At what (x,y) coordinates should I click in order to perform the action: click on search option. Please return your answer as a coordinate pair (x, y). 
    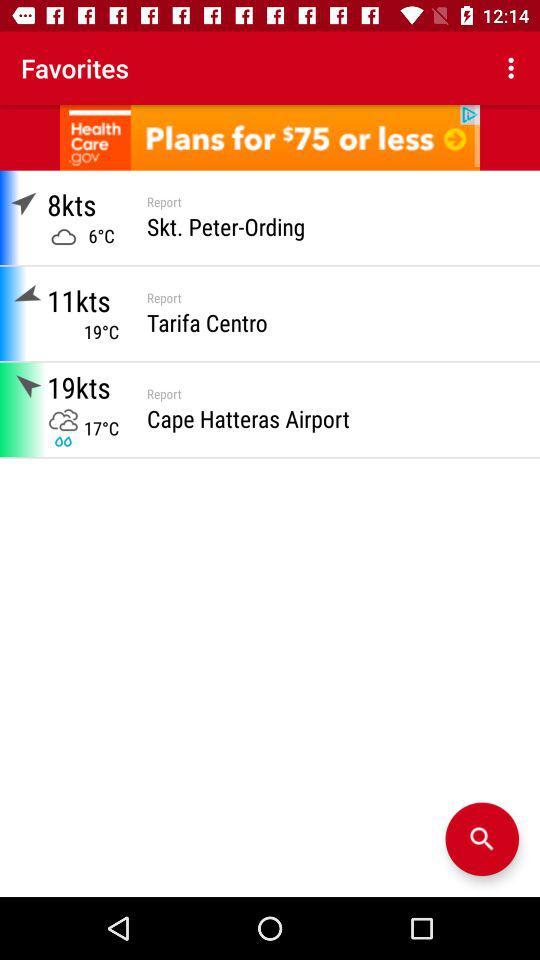
    Looking at the image, I should click on (481, 839).